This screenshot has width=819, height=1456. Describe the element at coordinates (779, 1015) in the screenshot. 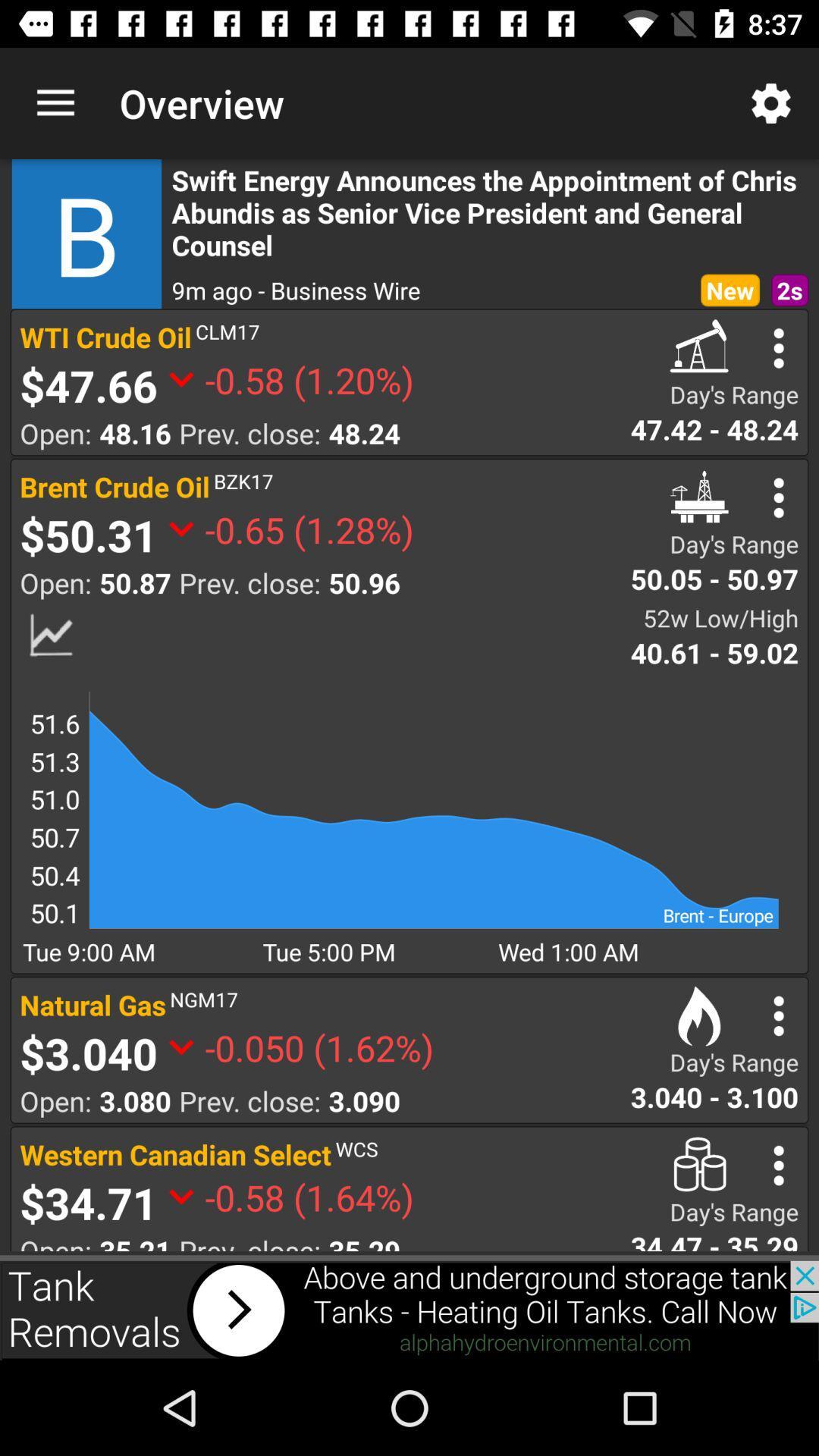

I see `option` at that location.